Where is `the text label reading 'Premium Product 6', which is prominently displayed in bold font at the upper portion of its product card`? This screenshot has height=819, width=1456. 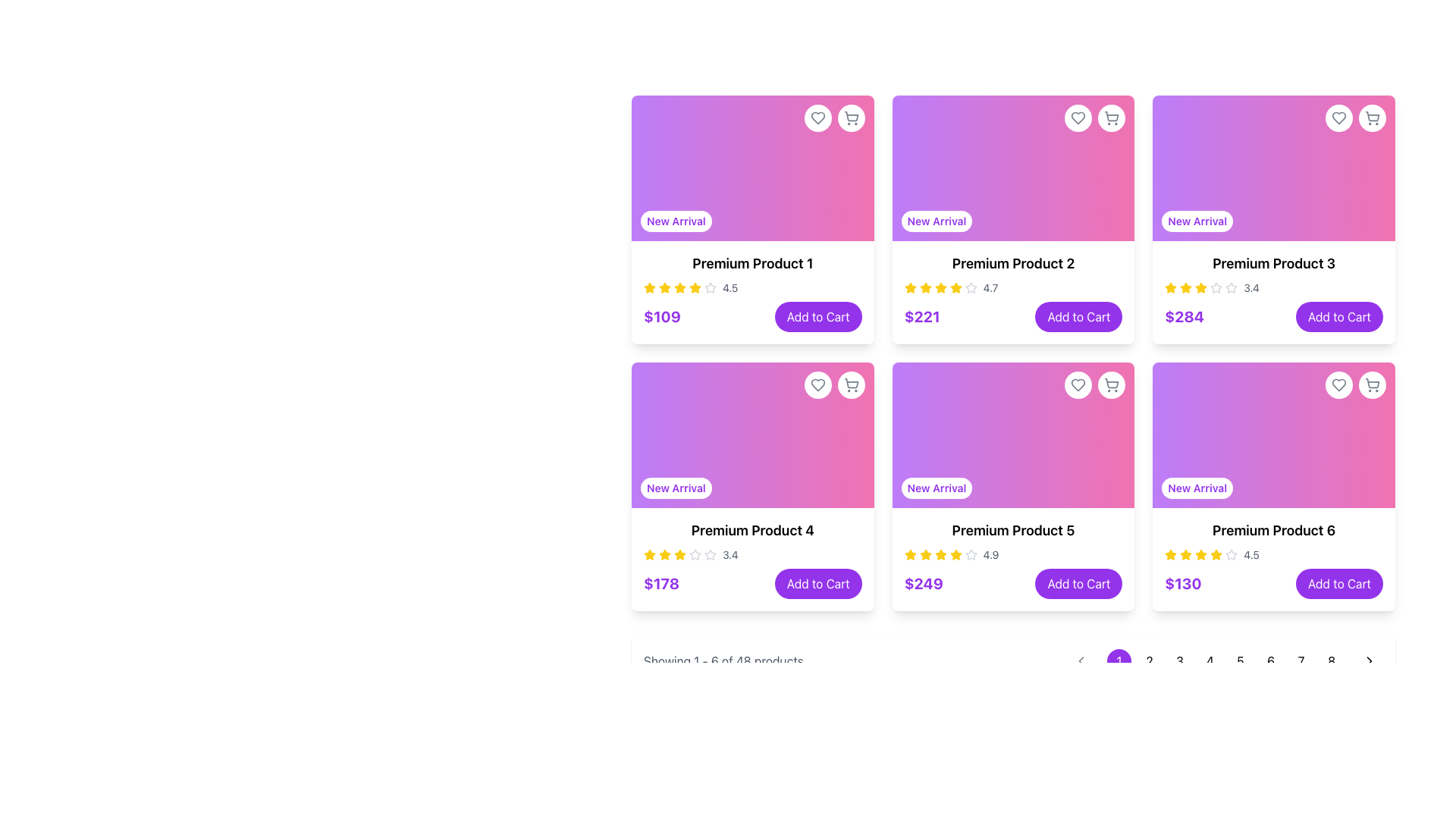
the text label reading 'Premium Product 6', which is prominently displayed in bold font at the upper portion of its product card is located at coordinates (1274, 529).